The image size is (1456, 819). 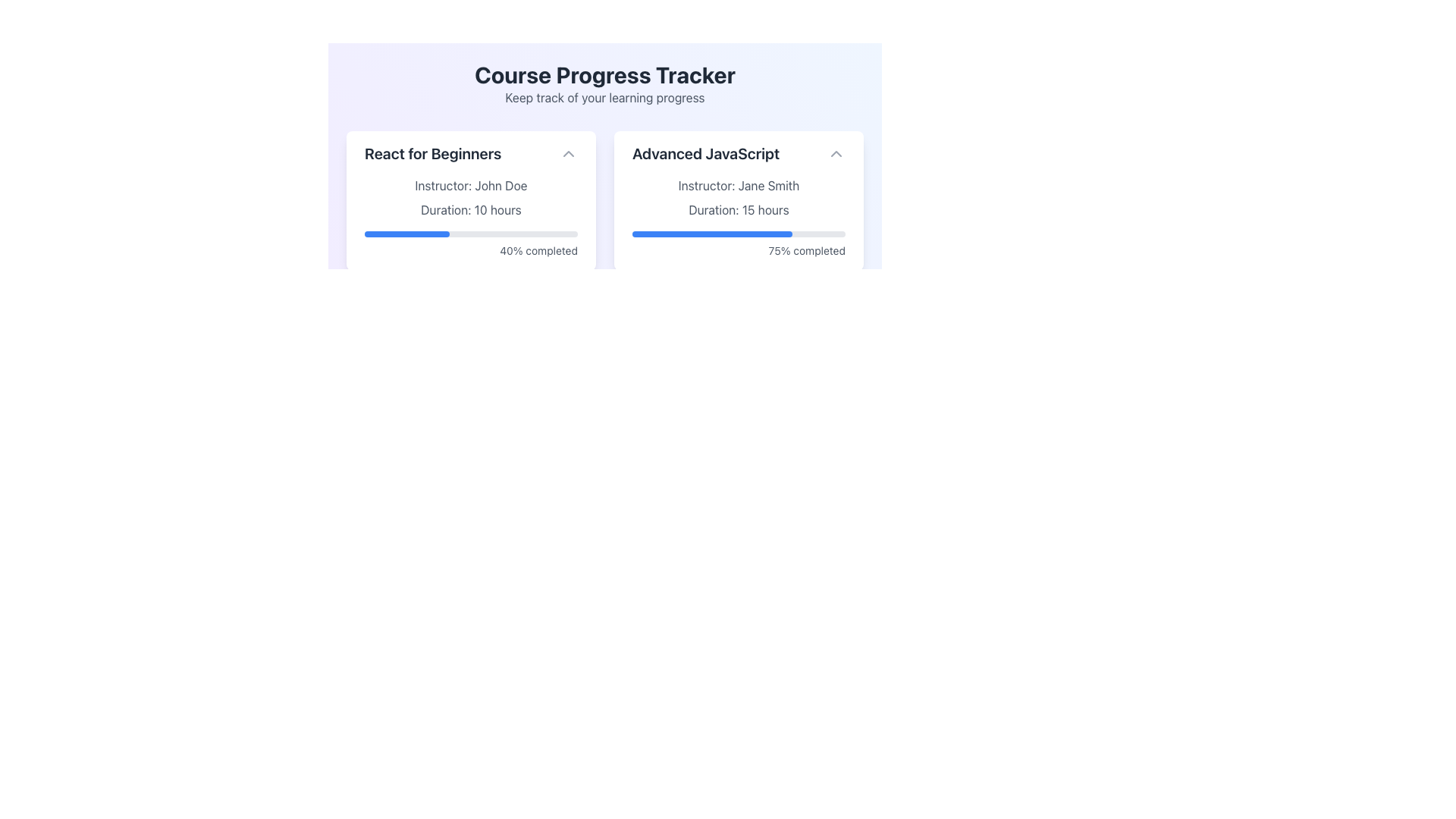 What do you see at coordinates (567, 154) in the screenshot?
I see `the toggle button located at the top-right corner of the 'React for Beginners' section` at bounding box center [567, 154].